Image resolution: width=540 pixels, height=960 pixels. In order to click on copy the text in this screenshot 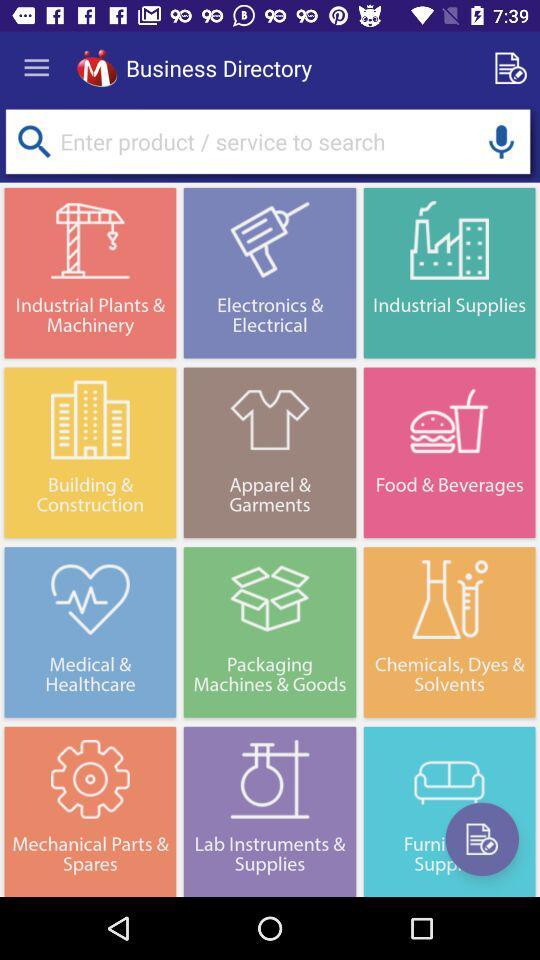, I will do `click(514, 68)`.